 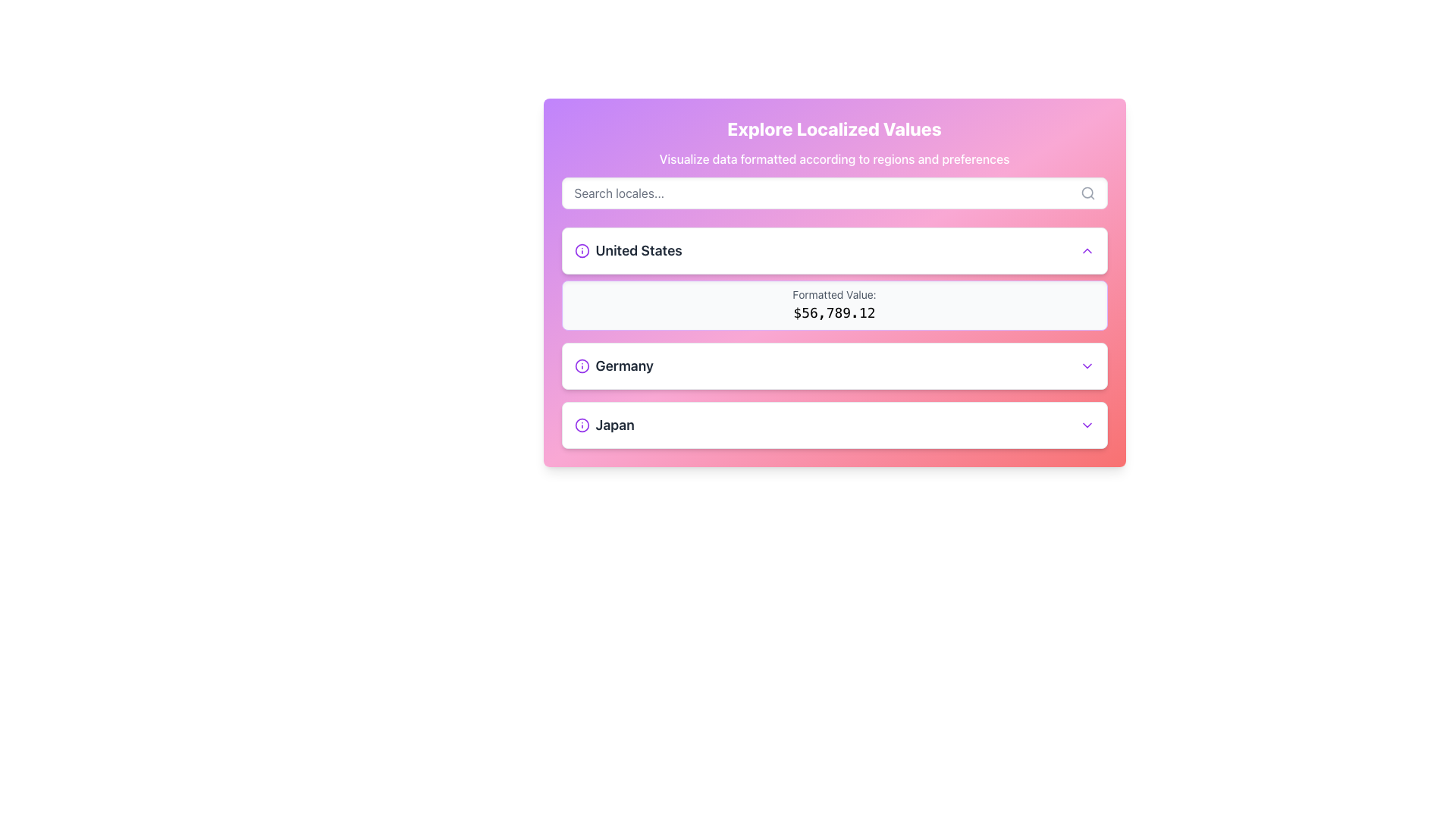 I want to click on the text label displaying 'Germany' which is prominently styled in bold dark gray color, located in the third row of the main user interface next to a purple circular icon, so click(x=624, y=366).